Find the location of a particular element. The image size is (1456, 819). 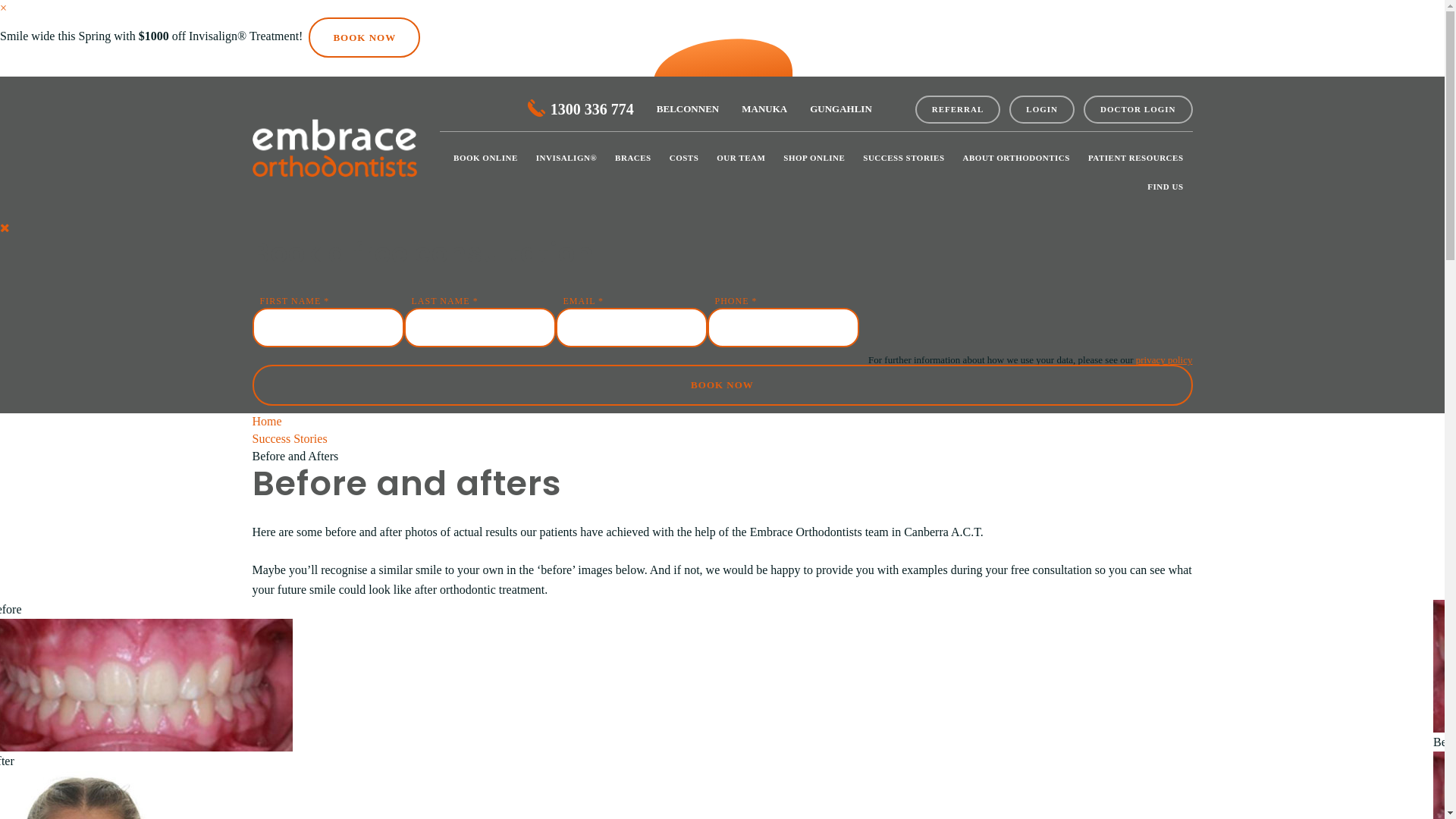

'COSTS' is located at coordinates (683, 158).